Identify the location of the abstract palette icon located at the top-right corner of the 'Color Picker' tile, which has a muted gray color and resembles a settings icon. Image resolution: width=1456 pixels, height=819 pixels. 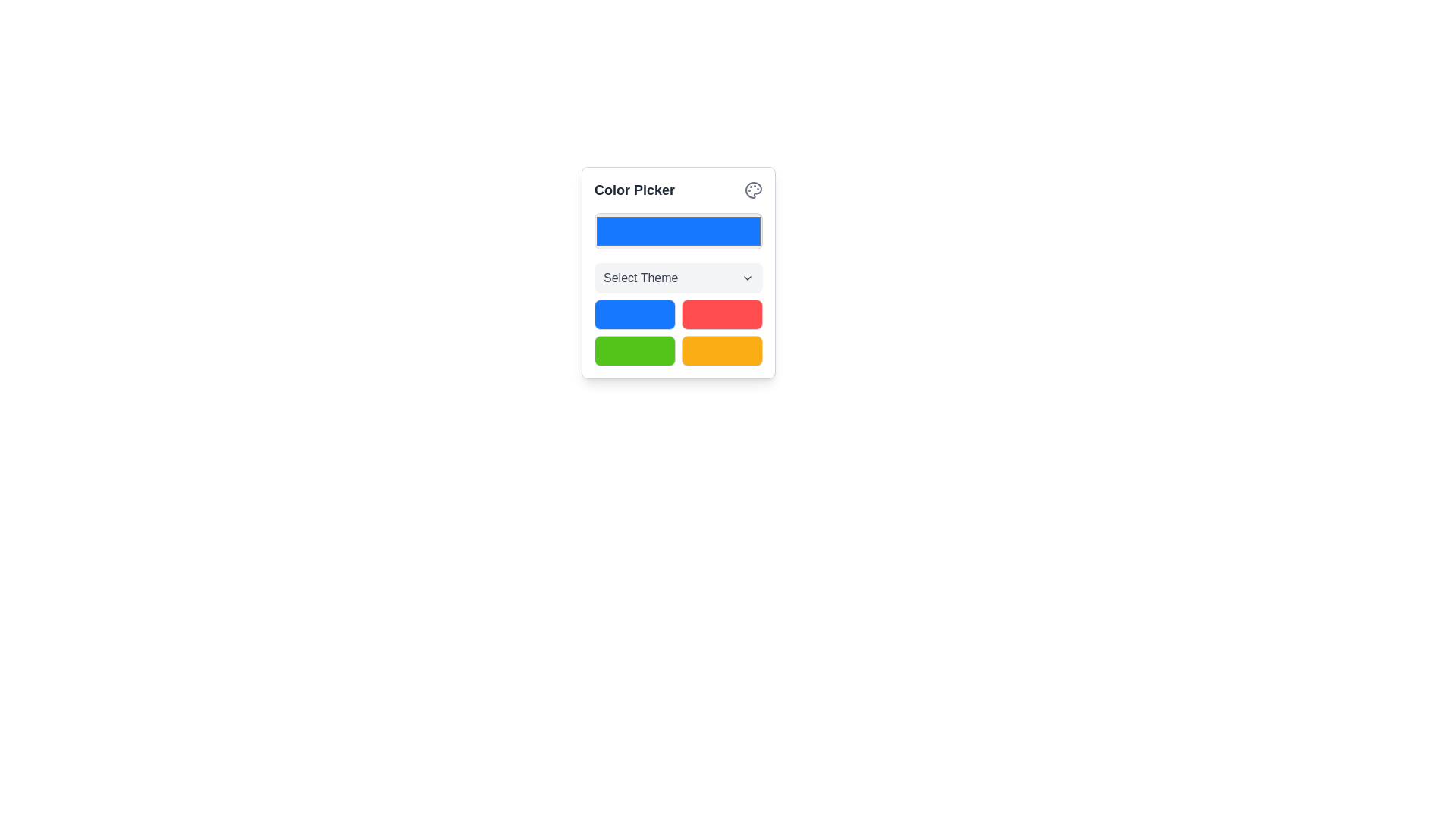
(753, 189).